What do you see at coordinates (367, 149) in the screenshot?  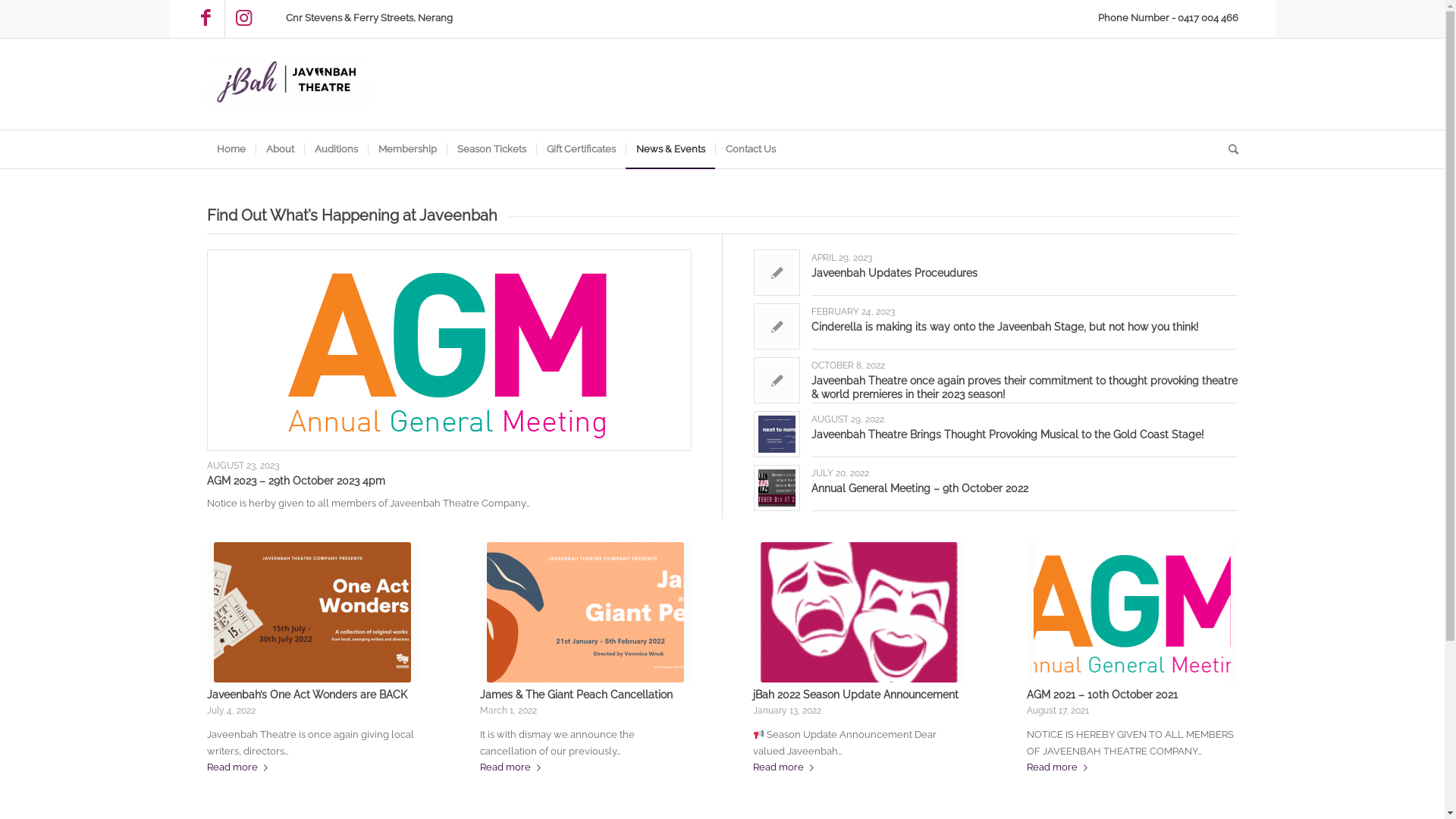 I see `'Membership'` at bounding box center [367, 149].